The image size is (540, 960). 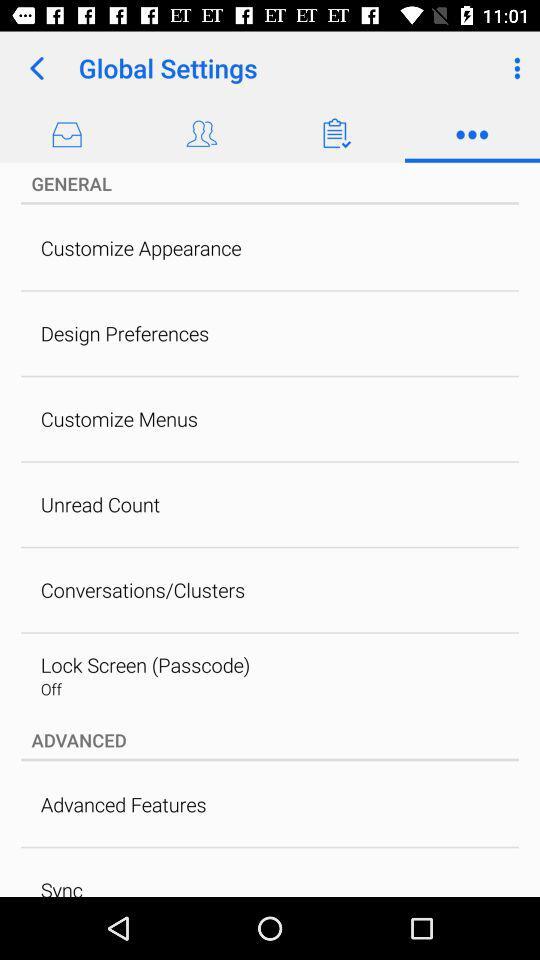 What do you see at coordinates (36, 68) in the screenshot?
I see `the item next to the global settings icon` at bounding box center [36, 68].